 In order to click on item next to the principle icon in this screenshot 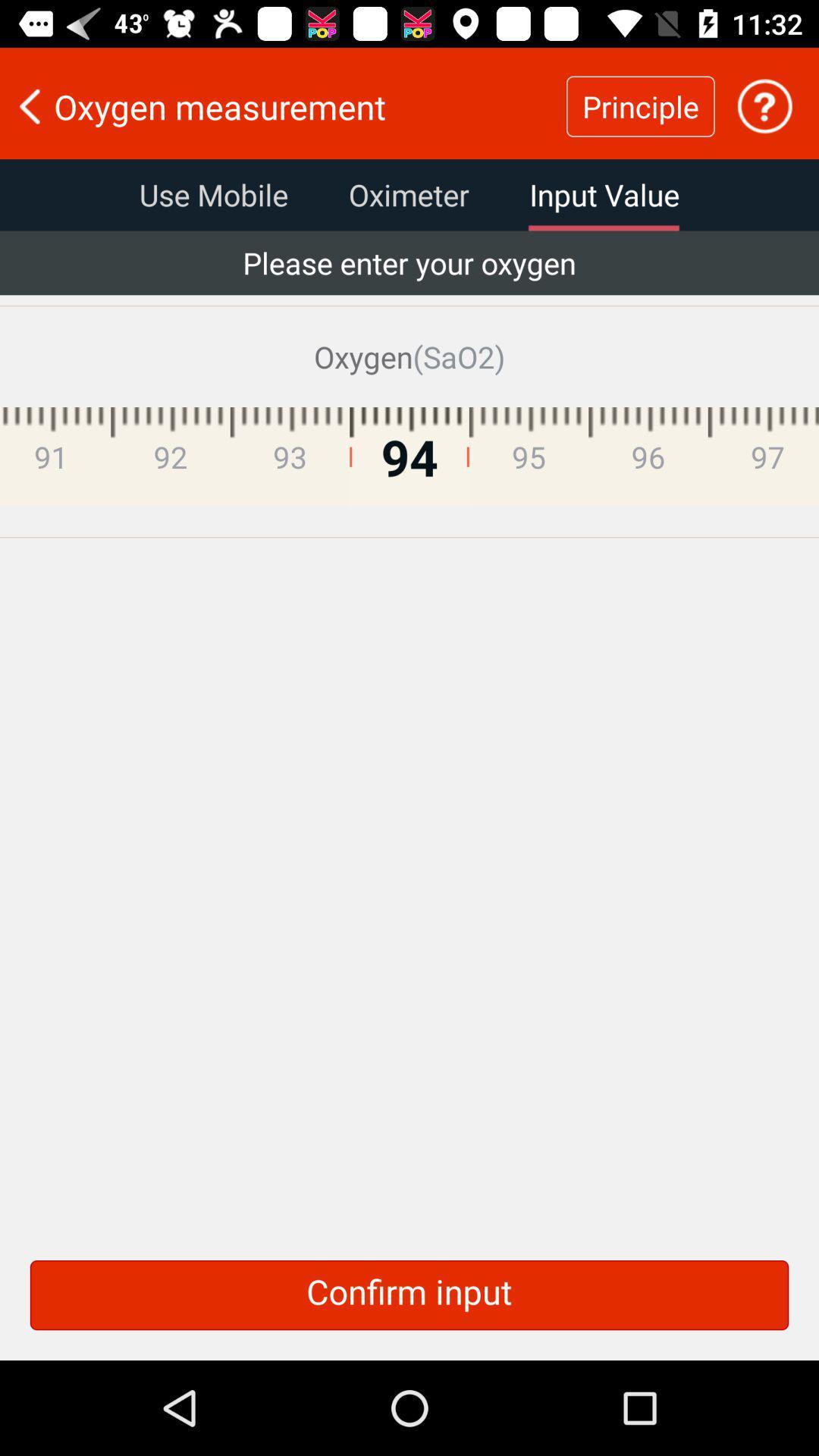, I will do `click(283, 105)`.